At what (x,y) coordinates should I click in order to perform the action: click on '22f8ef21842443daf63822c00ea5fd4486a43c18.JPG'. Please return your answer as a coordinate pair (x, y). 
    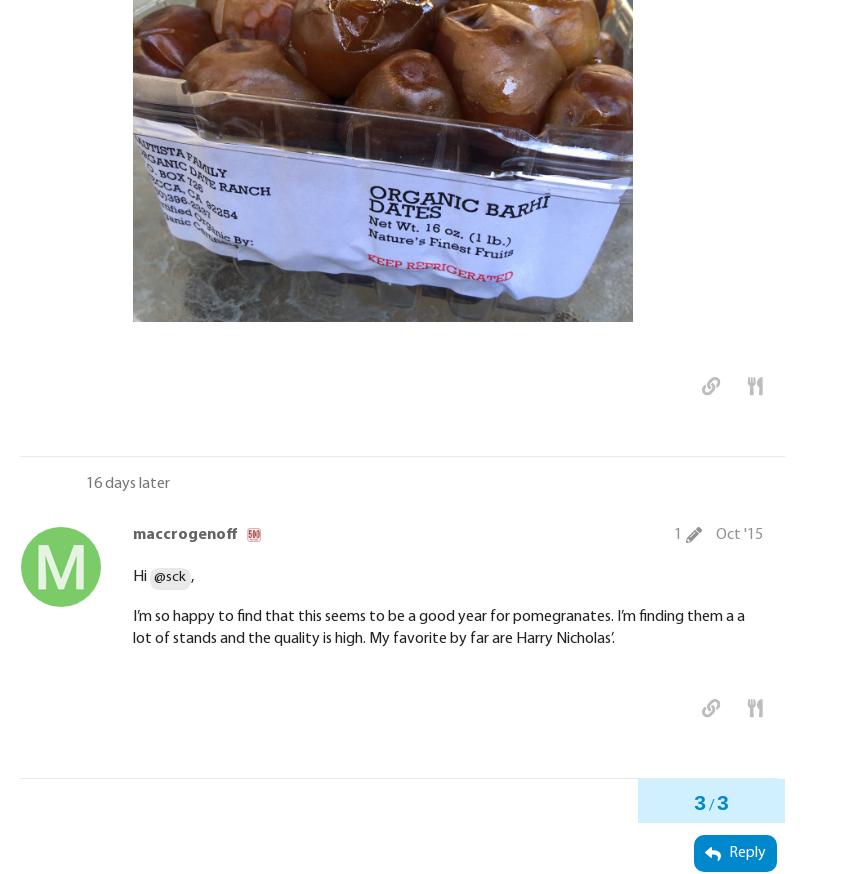
    Looking at the image, I should click on (330, 302).